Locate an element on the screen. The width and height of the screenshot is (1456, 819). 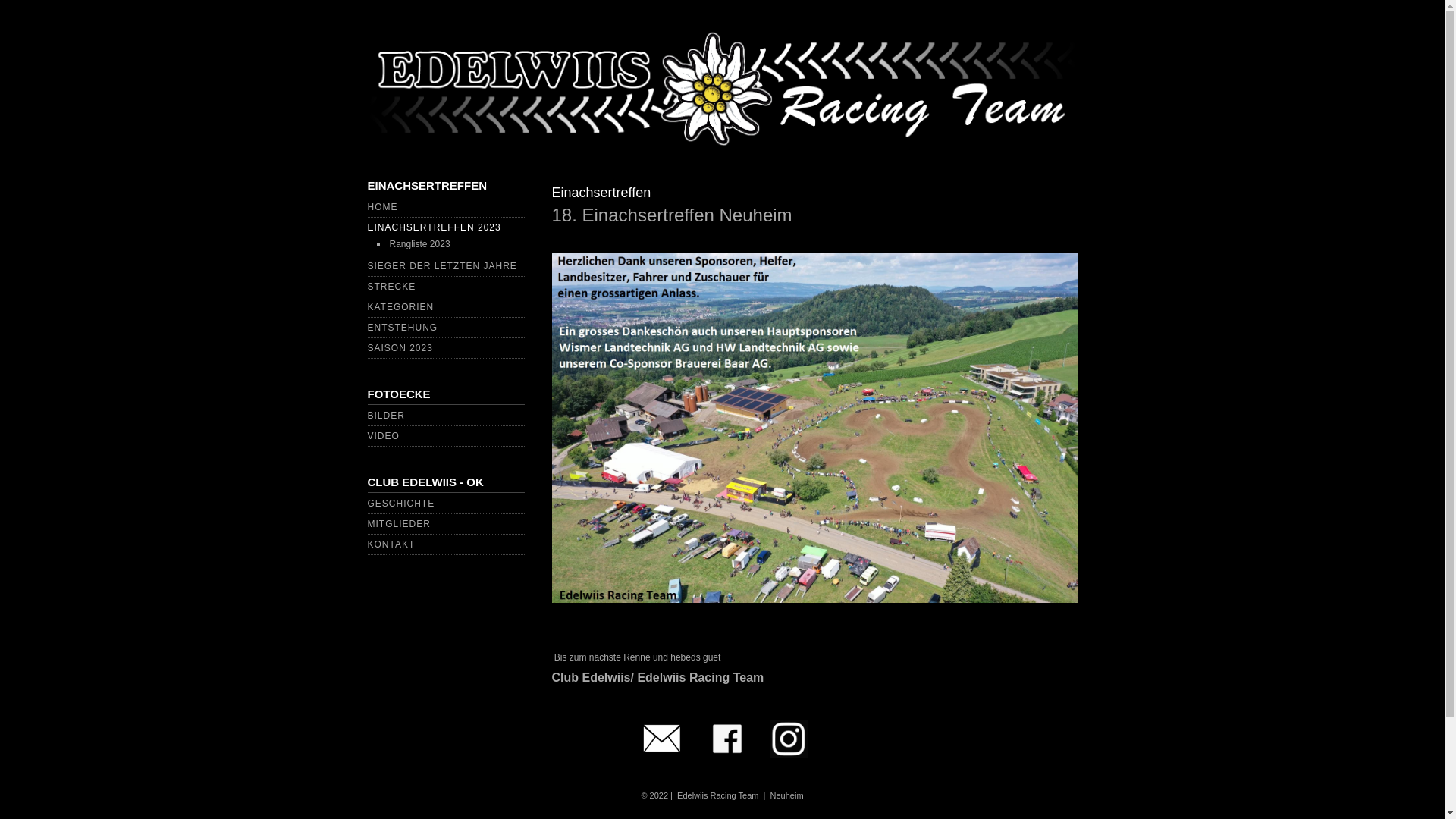
'BILDER' is located at coordinates (385, 415).